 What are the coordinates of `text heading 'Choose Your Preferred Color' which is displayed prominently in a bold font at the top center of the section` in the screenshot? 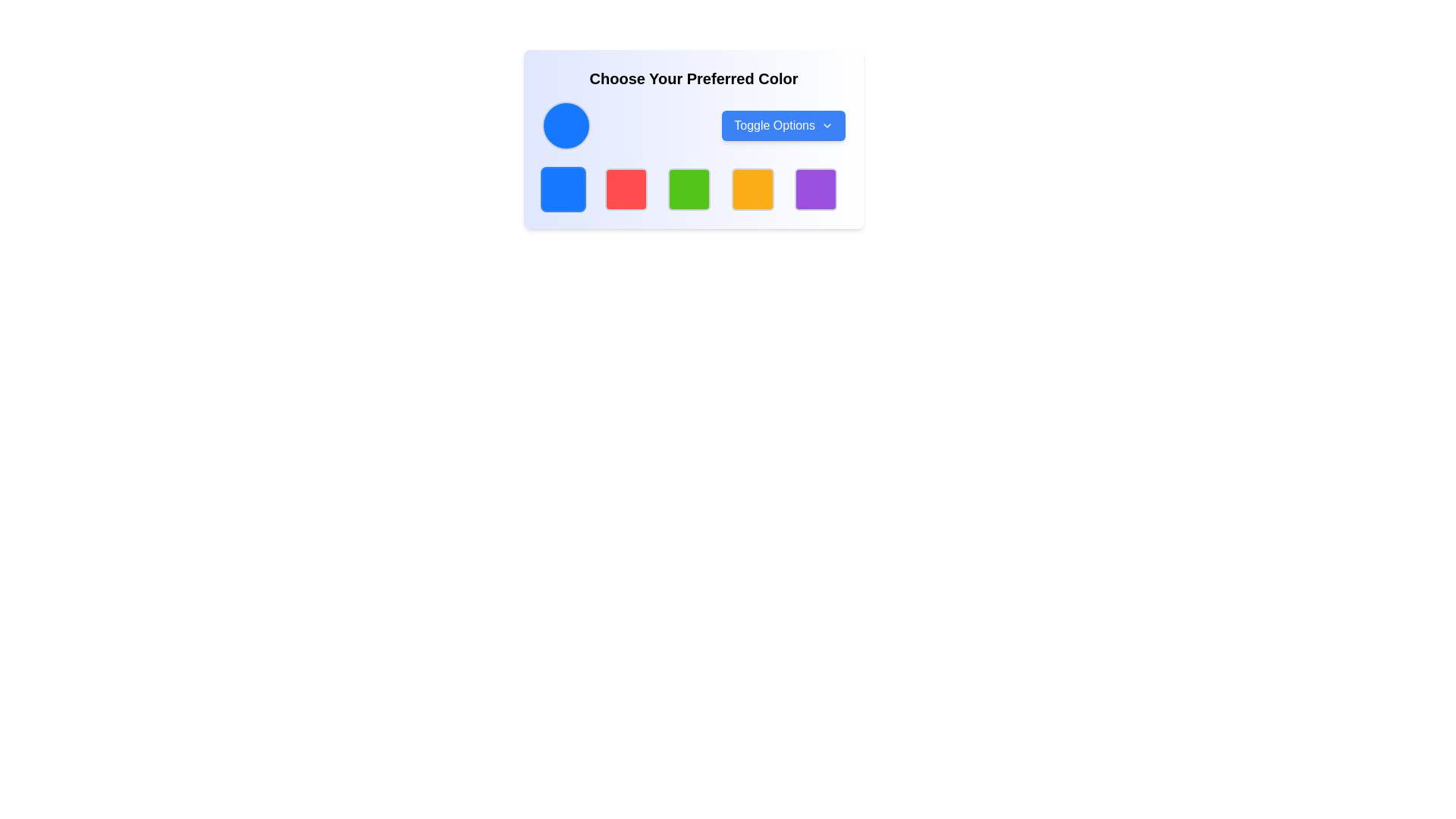 It's located at (693, 79).